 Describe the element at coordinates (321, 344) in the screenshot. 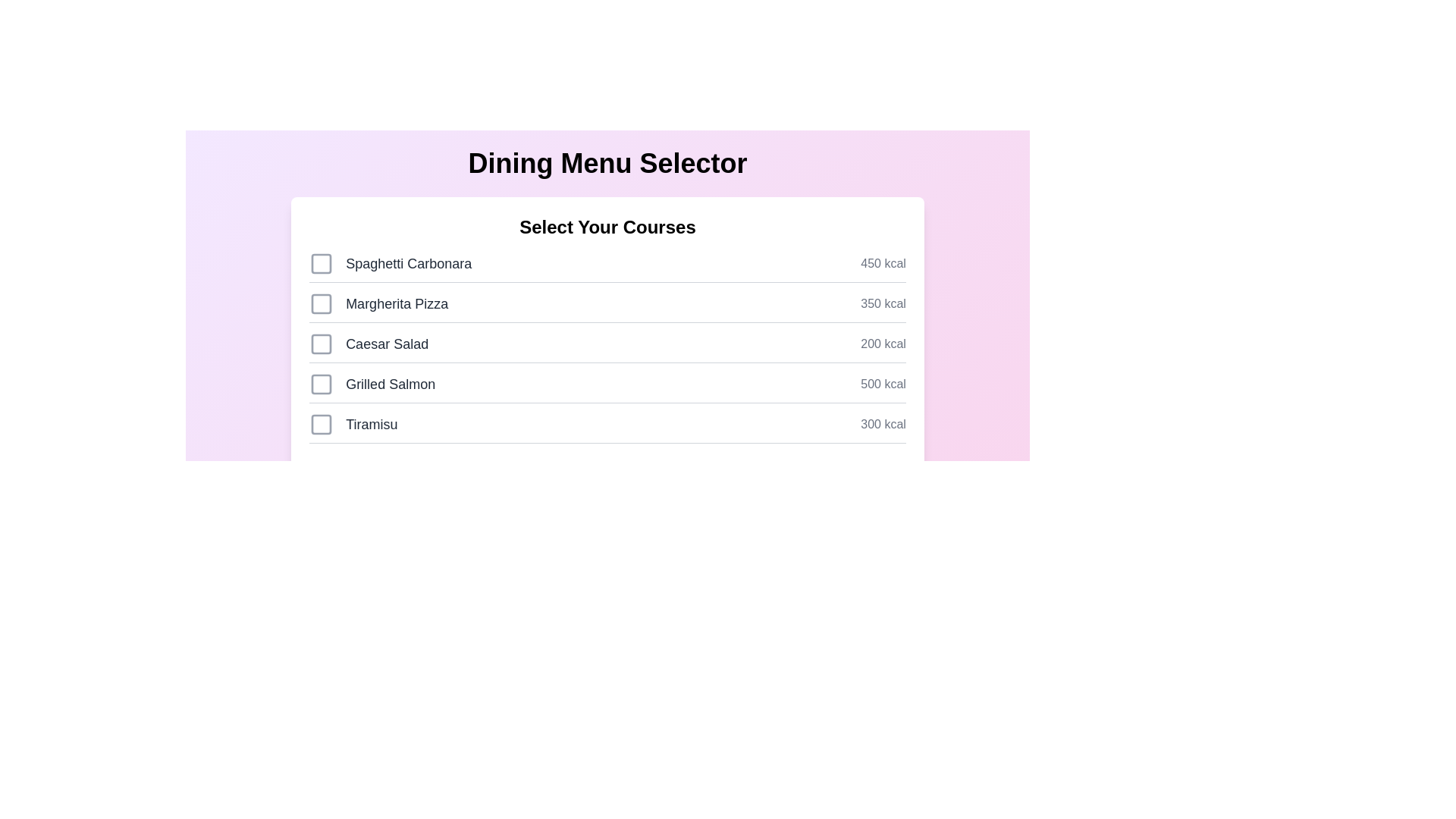

I see `the checkbox for the dish Caesar Salad` at that location.